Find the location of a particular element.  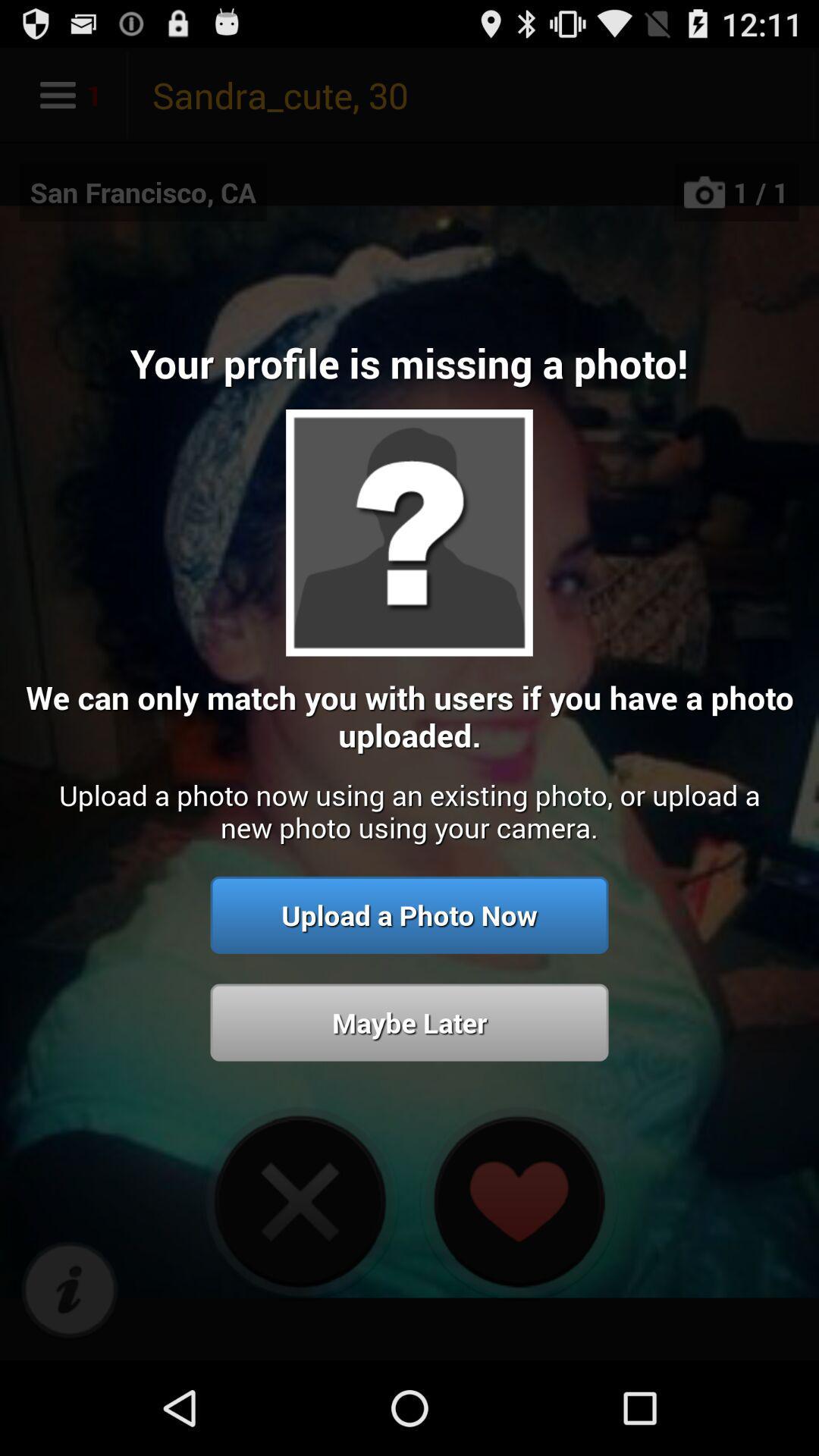

shows exit option is located at coordinates (300, 1200).